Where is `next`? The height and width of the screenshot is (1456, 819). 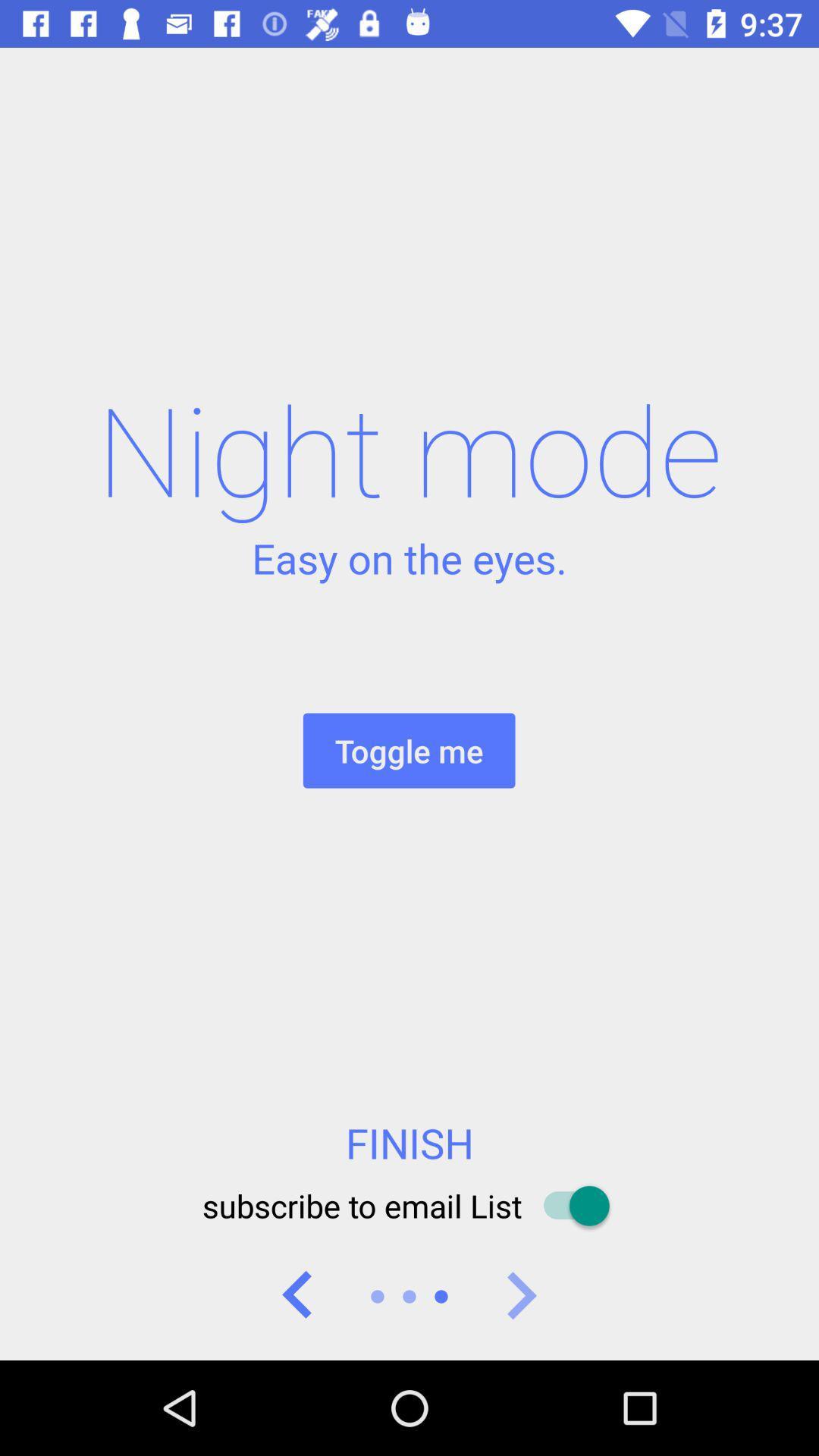 next is located at coordinates (519, 1295).